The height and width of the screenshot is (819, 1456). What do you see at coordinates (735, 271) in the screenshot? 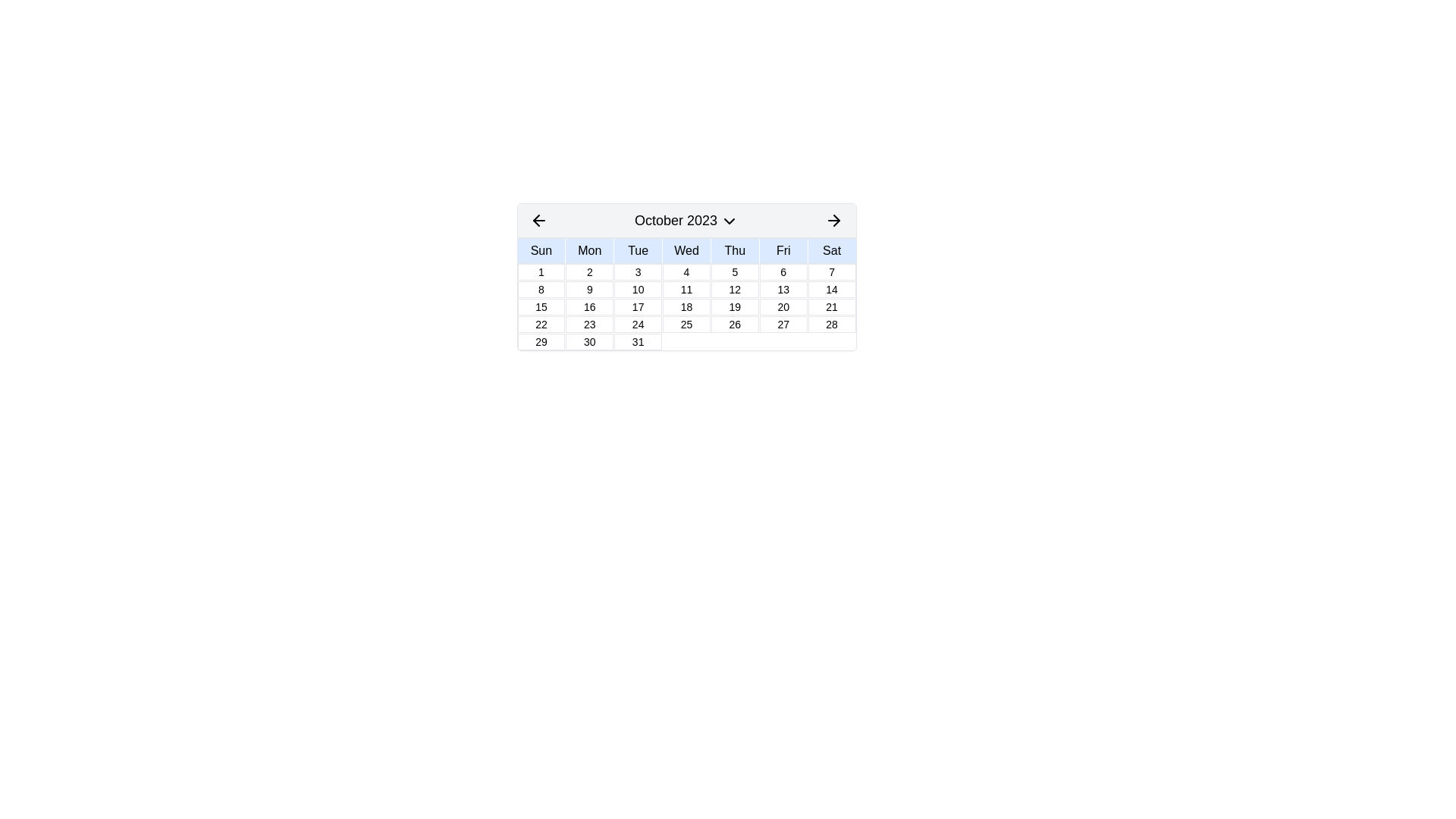
I see `the Calendar Day Cell representing the 5th day of the month, located under the 'Thu' header in the calendar interface` at bounding box center [735, 271].